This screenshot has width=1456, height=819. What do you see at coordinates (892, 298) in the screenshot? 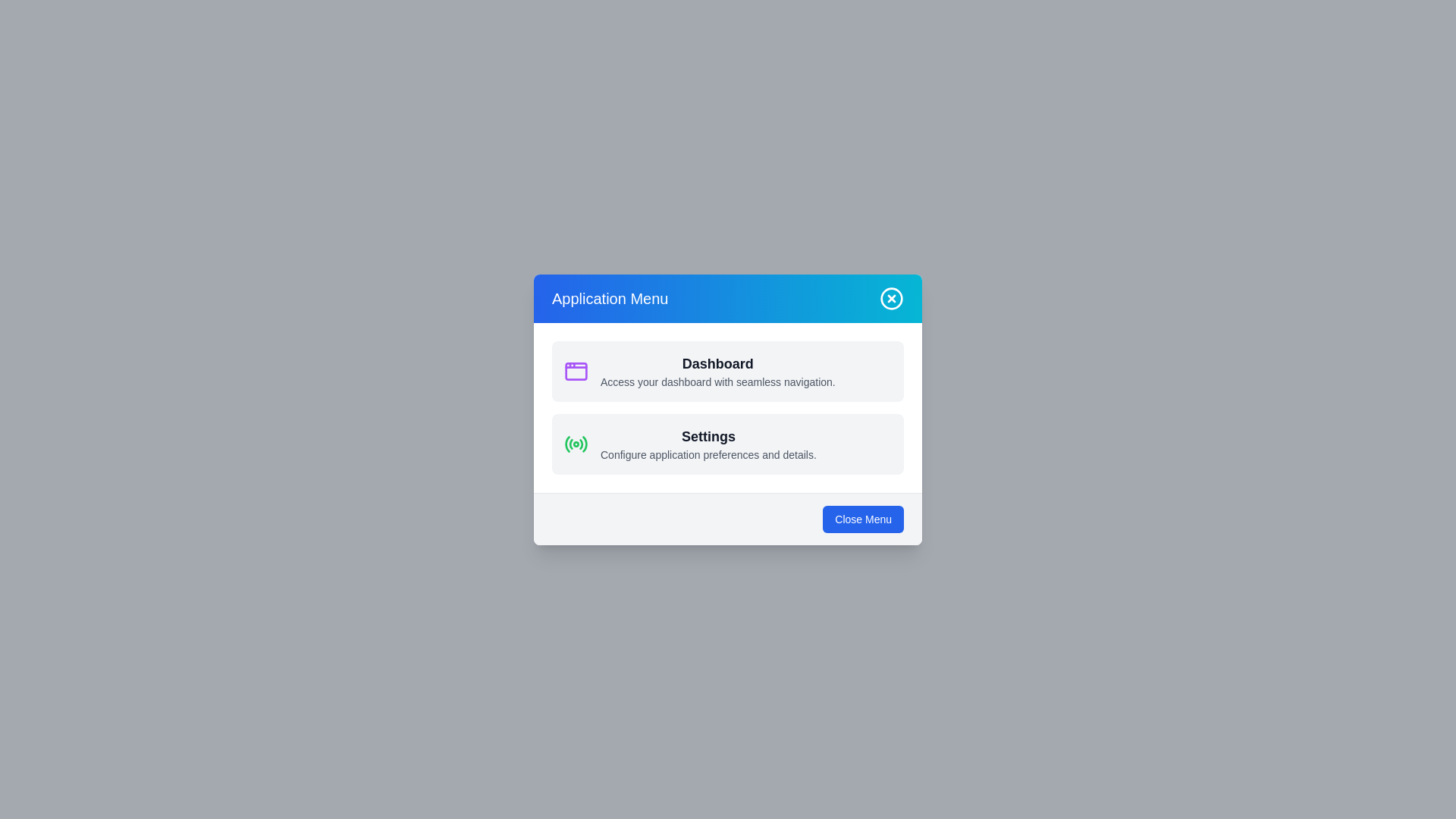
I see `the 'X' button in the header to close the menu` at bounding box center [892, 298].